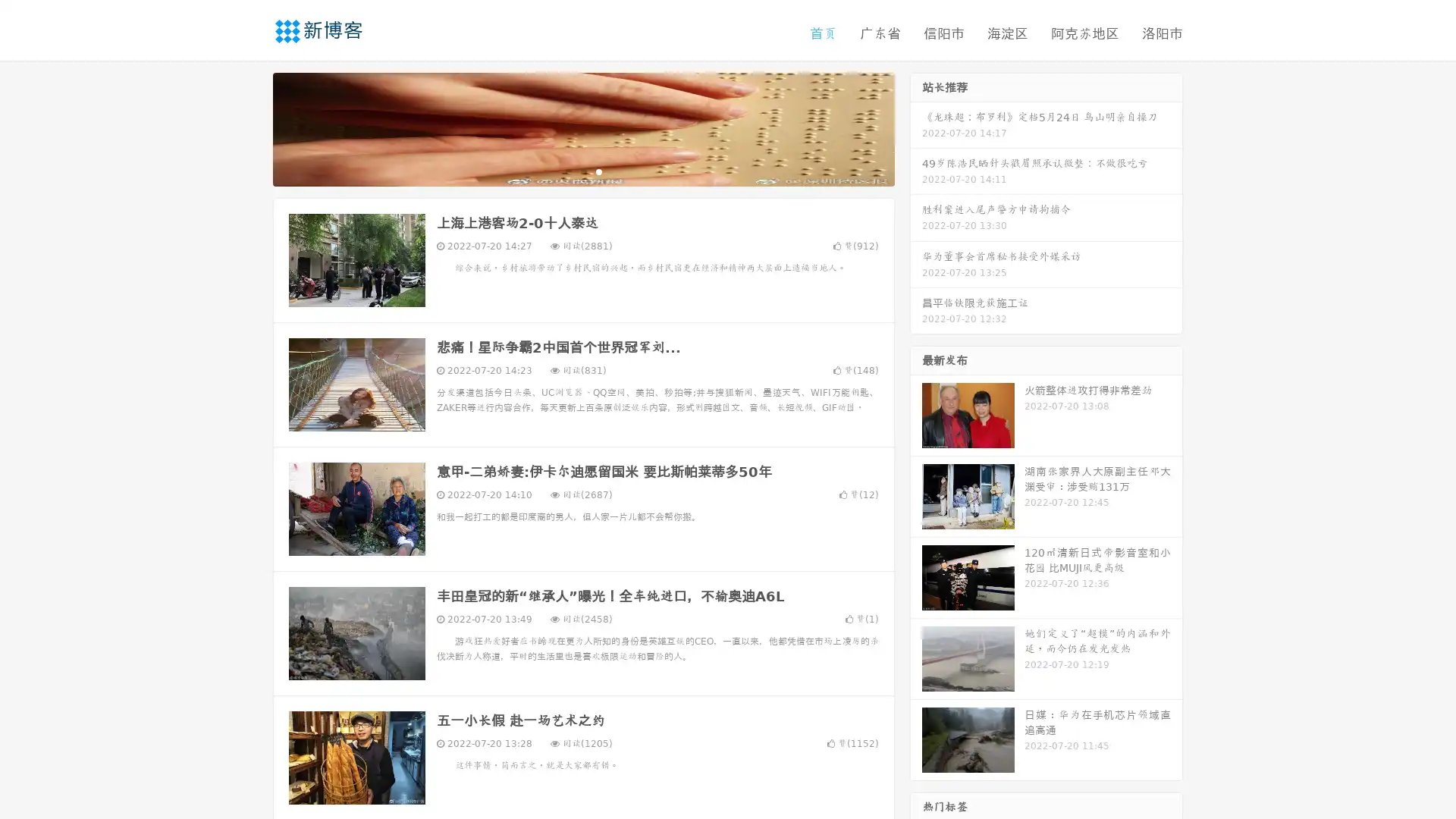 The height and width of the screenshot is (819, 1456). What do you see at coordinates (567, 171) in the screenshot?
I see `Go to slide 1` at bounding box center [567, 171].